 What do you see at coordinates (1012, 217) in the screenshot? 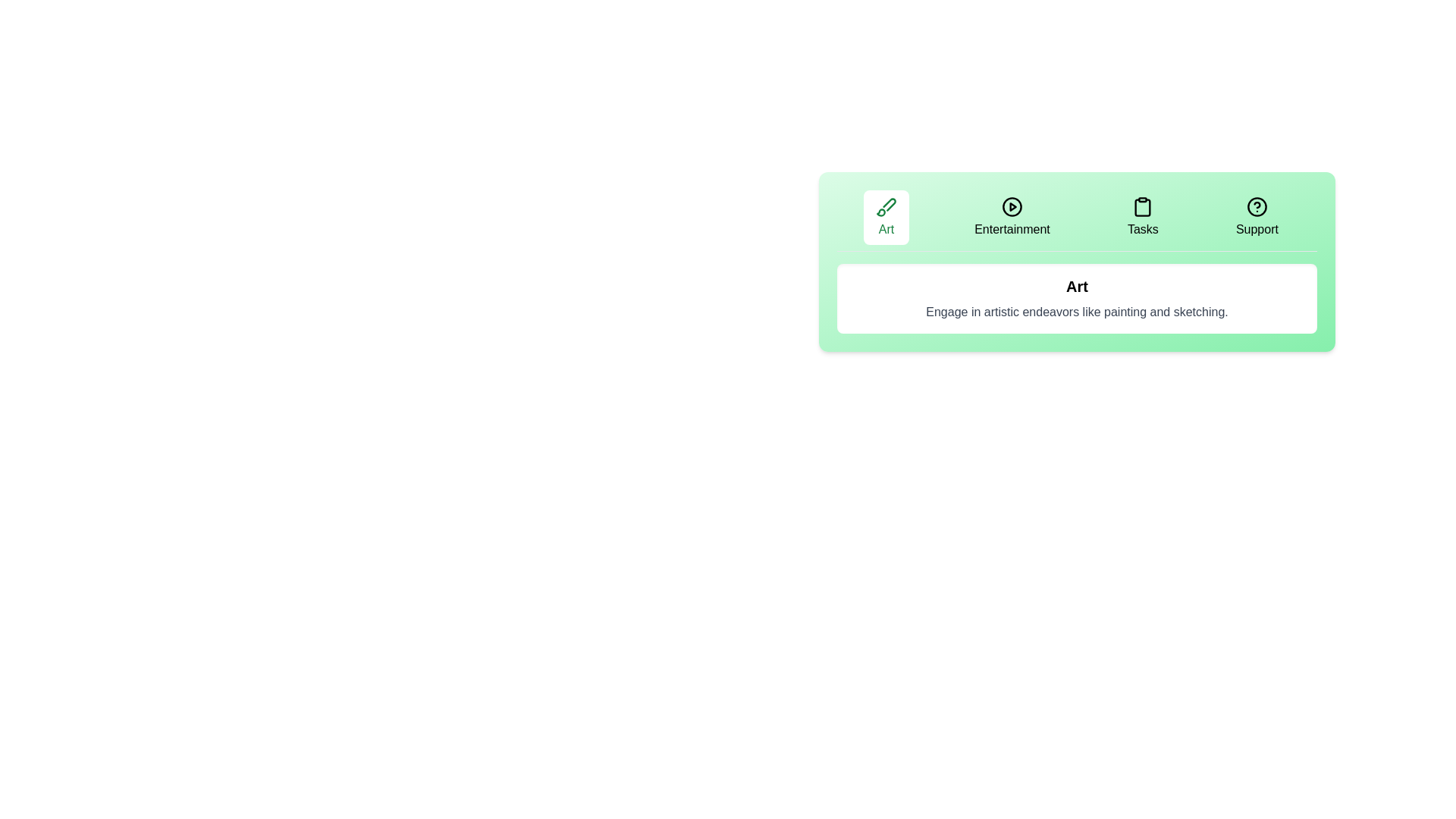
I see `the 'Entertainment' button in the navigation bar` at bounding box center [1012, 217].